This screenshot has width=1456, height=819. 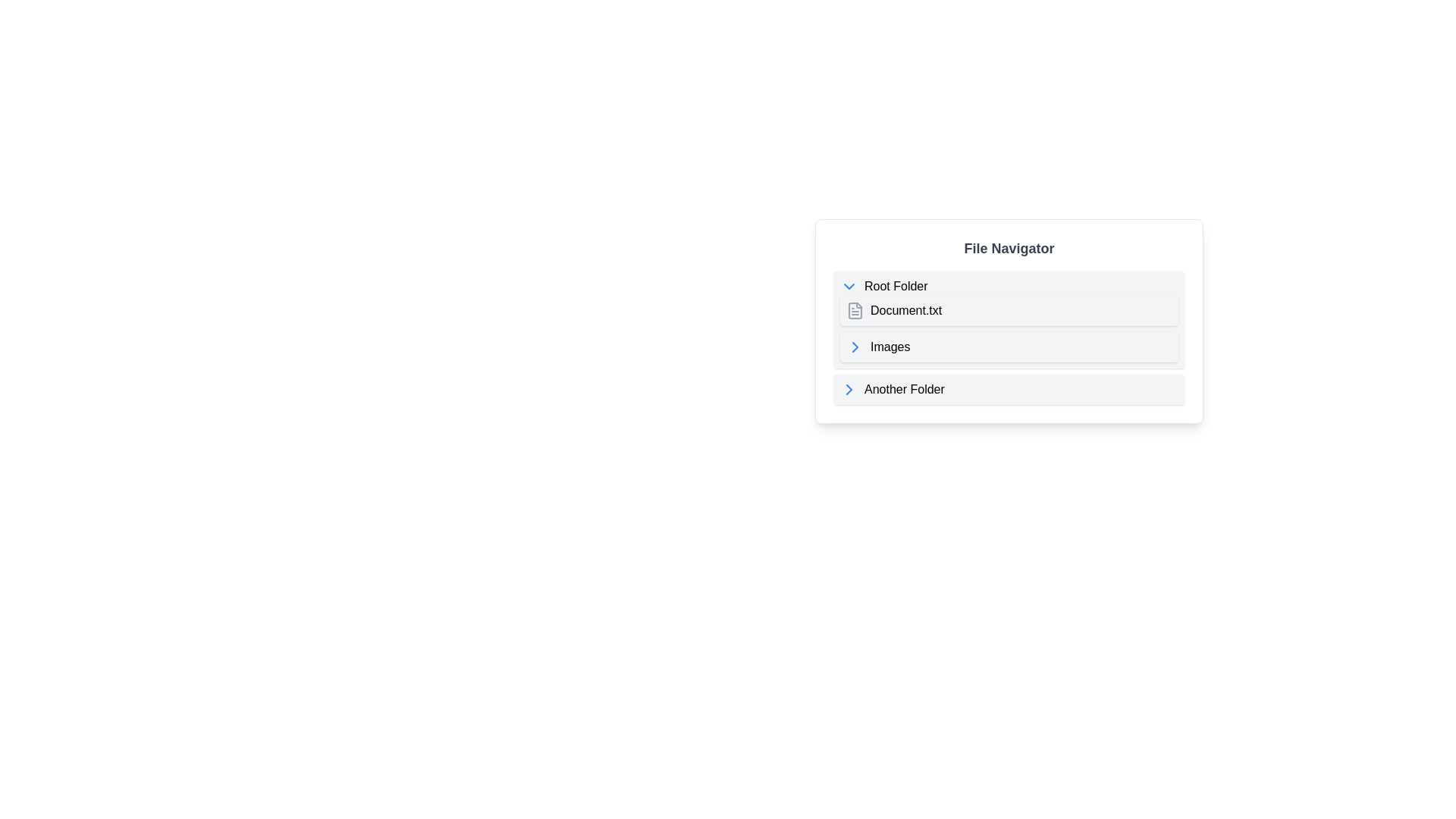 I want to click on an item within the nested directory structure of the 'File Navigator' component, so click(x=1009, y=337).